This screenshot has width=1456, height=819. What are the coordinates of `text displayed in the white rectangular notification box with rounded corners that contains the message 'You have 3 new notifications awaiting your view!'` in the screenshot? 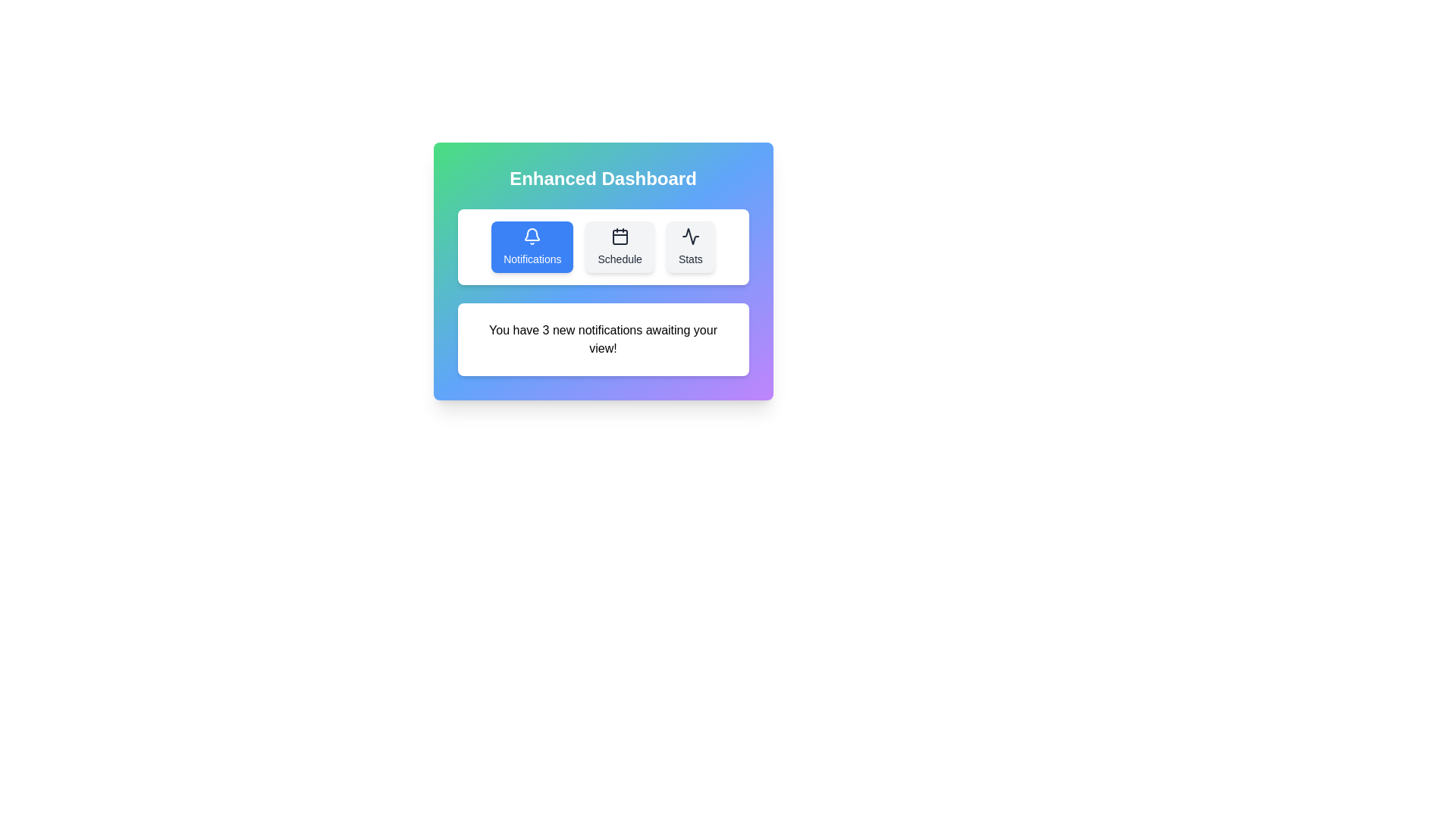 It's located at (602, 338).